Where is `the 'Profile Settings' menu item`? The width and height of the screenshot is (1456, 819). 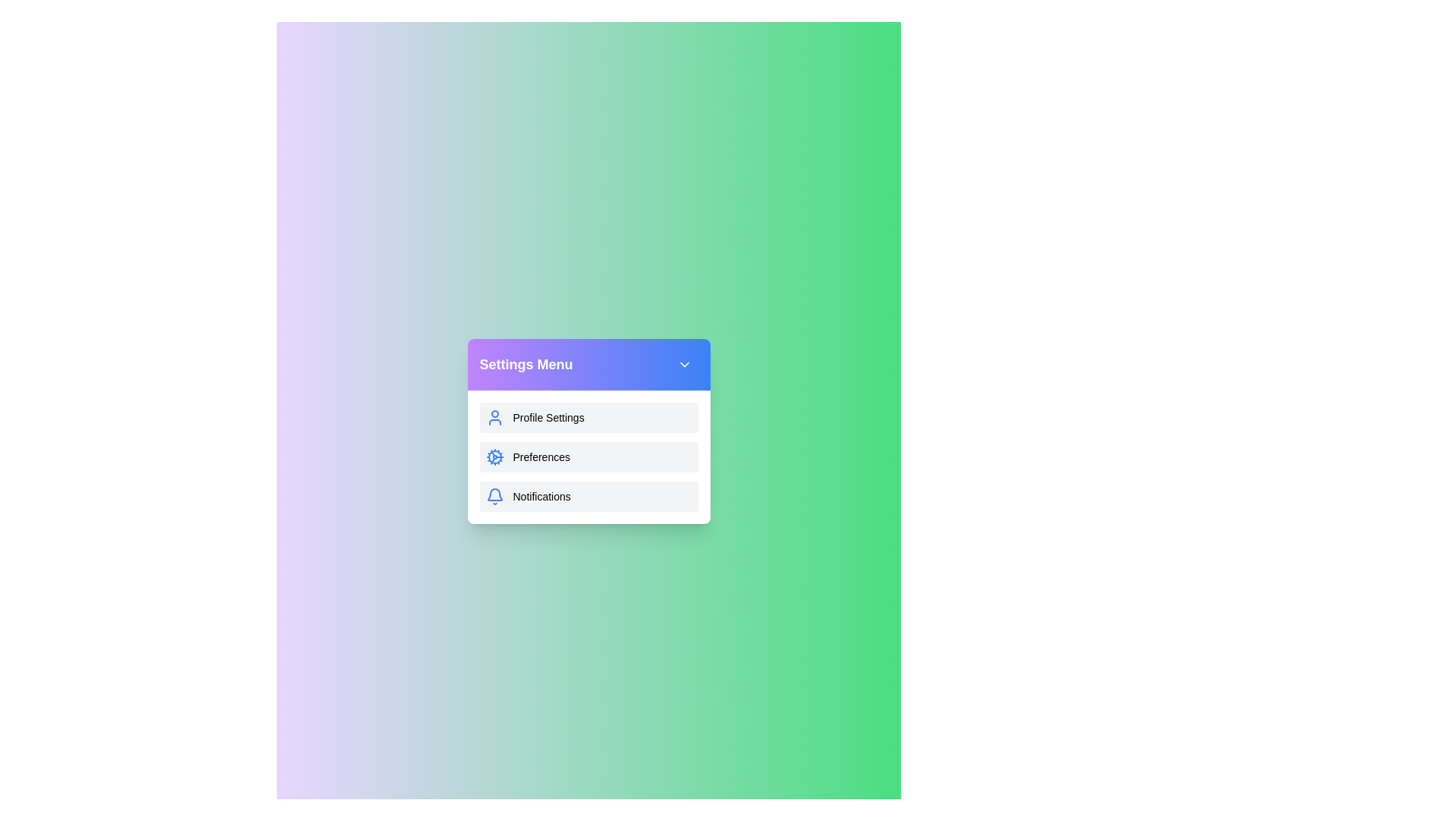
the 'Profile Settings' menu item is located at coordinates (588, 418).